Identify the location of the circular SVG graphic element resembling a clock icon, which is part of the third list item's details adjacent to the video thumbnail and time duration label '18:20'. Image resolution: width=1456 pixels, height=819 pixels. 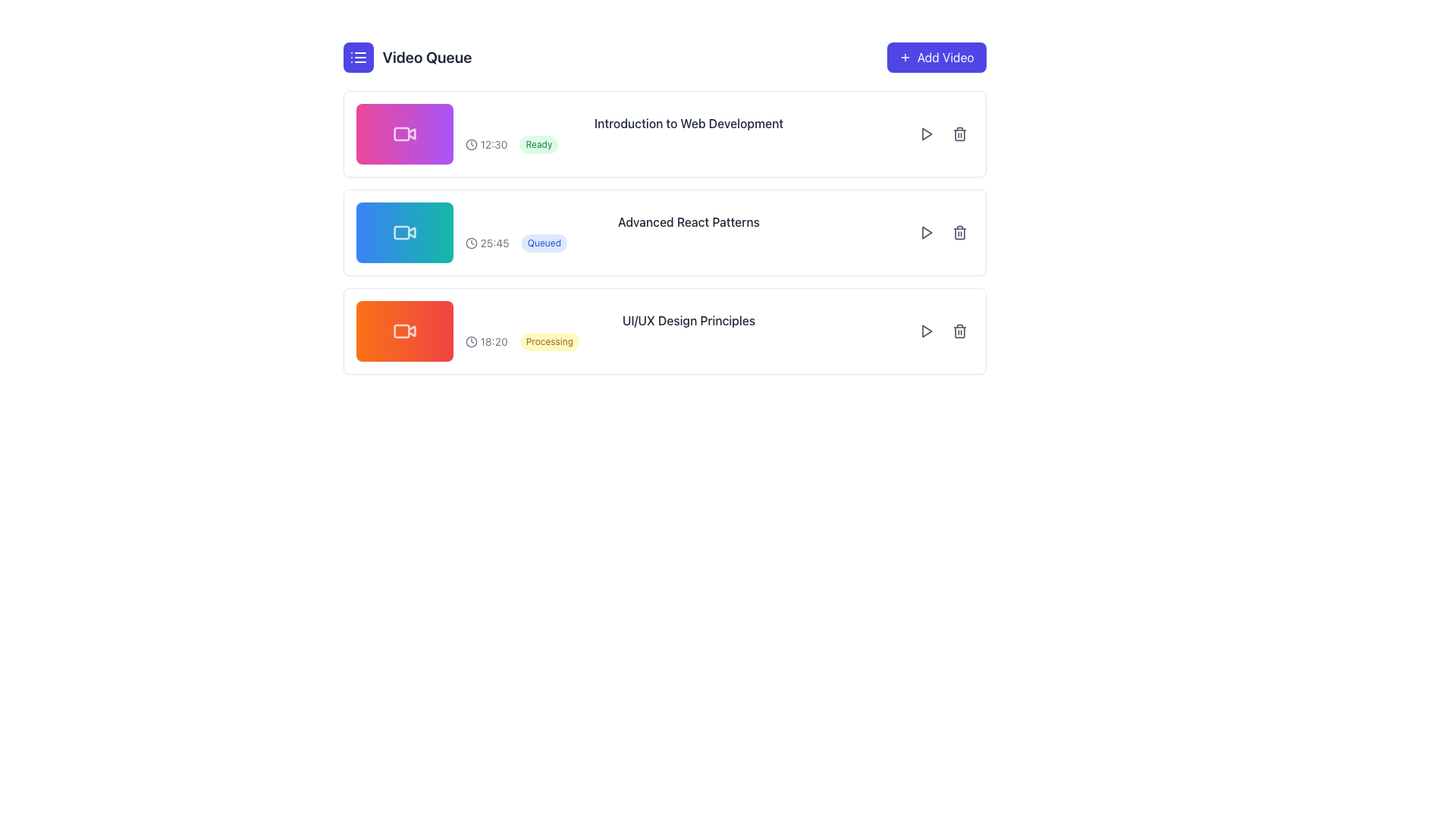
(470, 342).